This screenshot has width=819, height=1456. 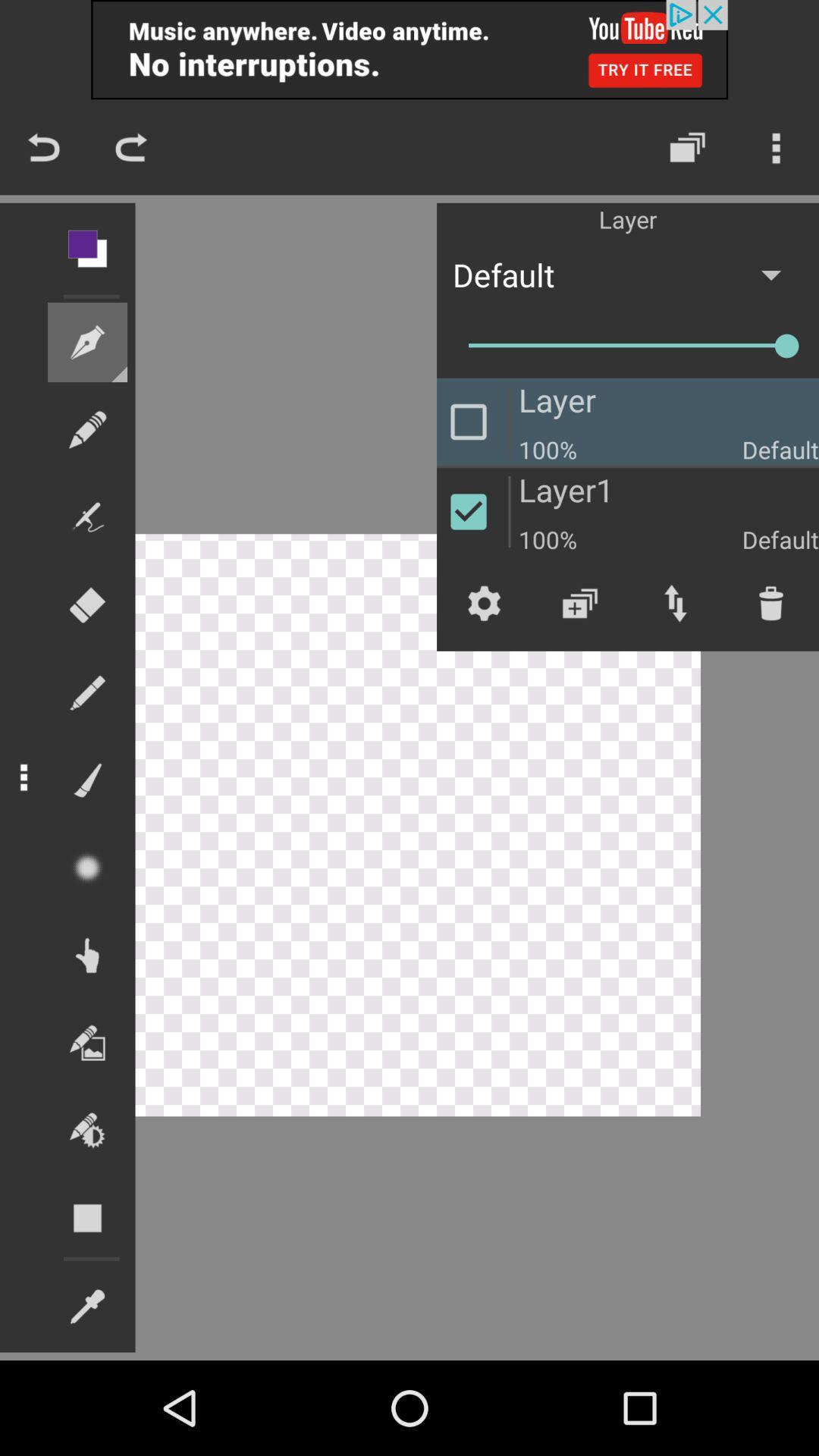 I want to click on the redo icon, so click(x=130, y=147).